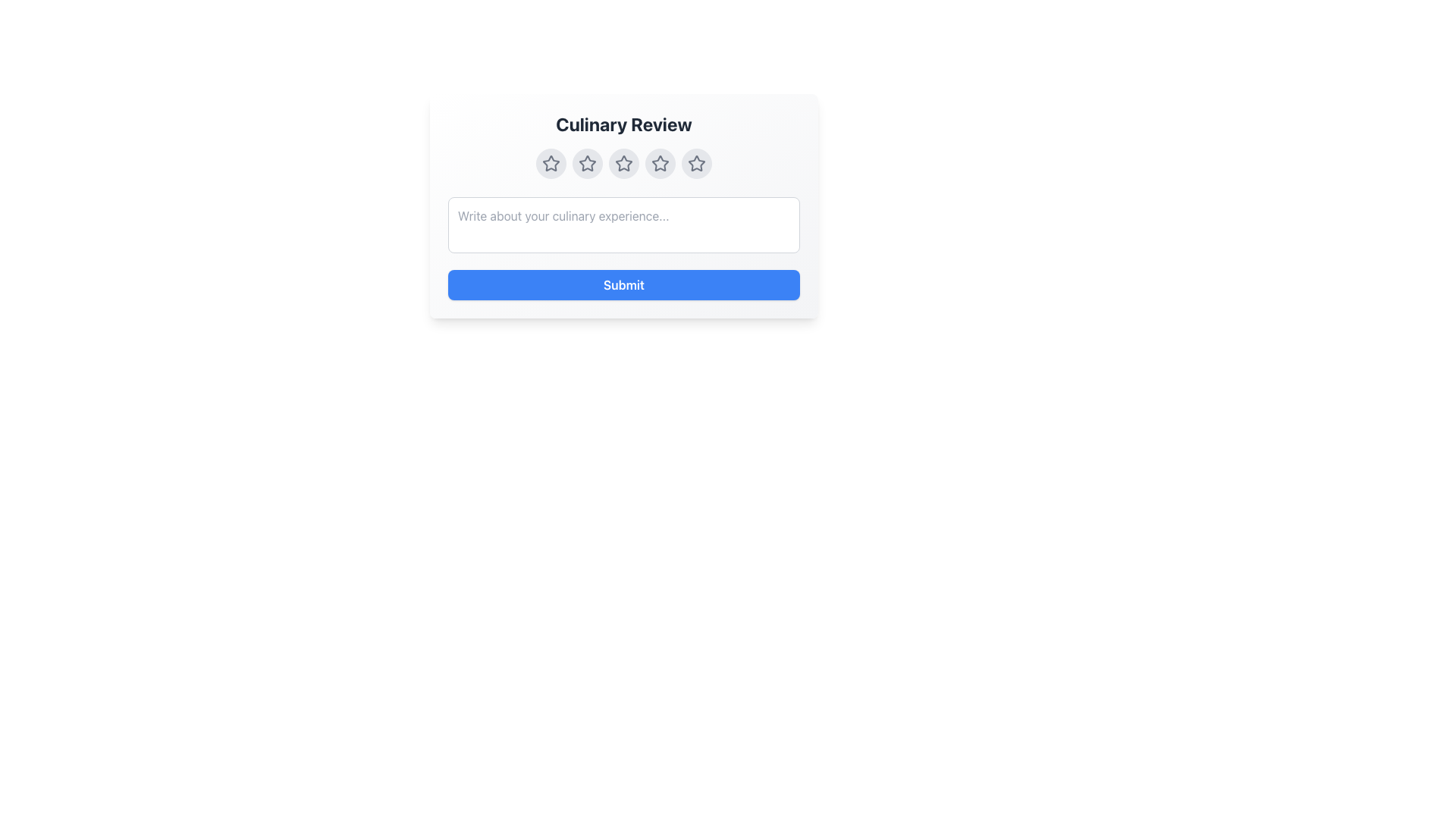 Image resolution: width=1456 pixels, height=819 pixels. Describe the element at coordinates (660, 164) in the screenshot. I see `the interactive button with a star icon` at that location.